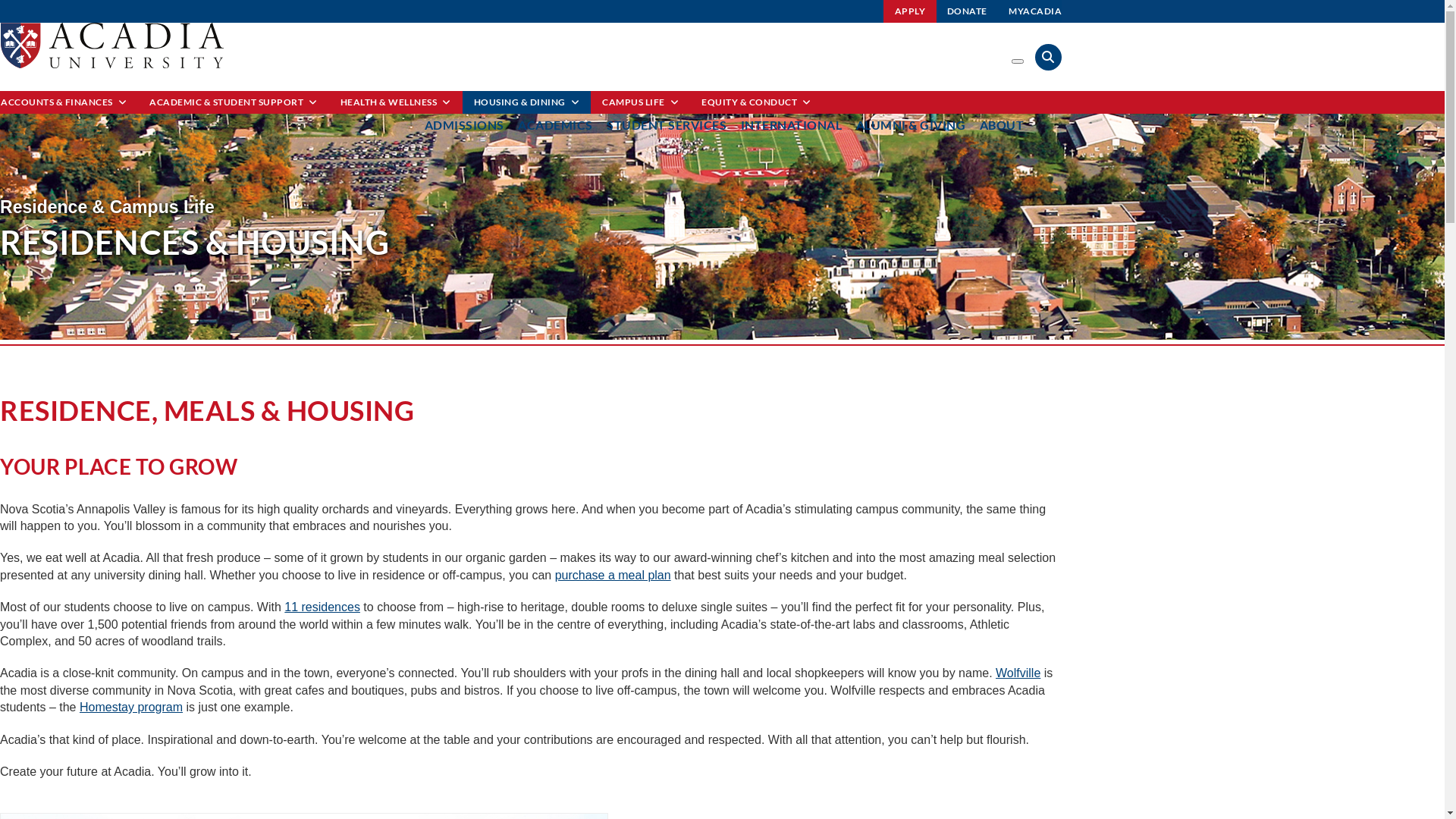 This screenshot has height=819, width=1456. What do you see at coordinates (322, 606) in the screenshot?
I see `'11 residences'` at bounding box center [322, 606].